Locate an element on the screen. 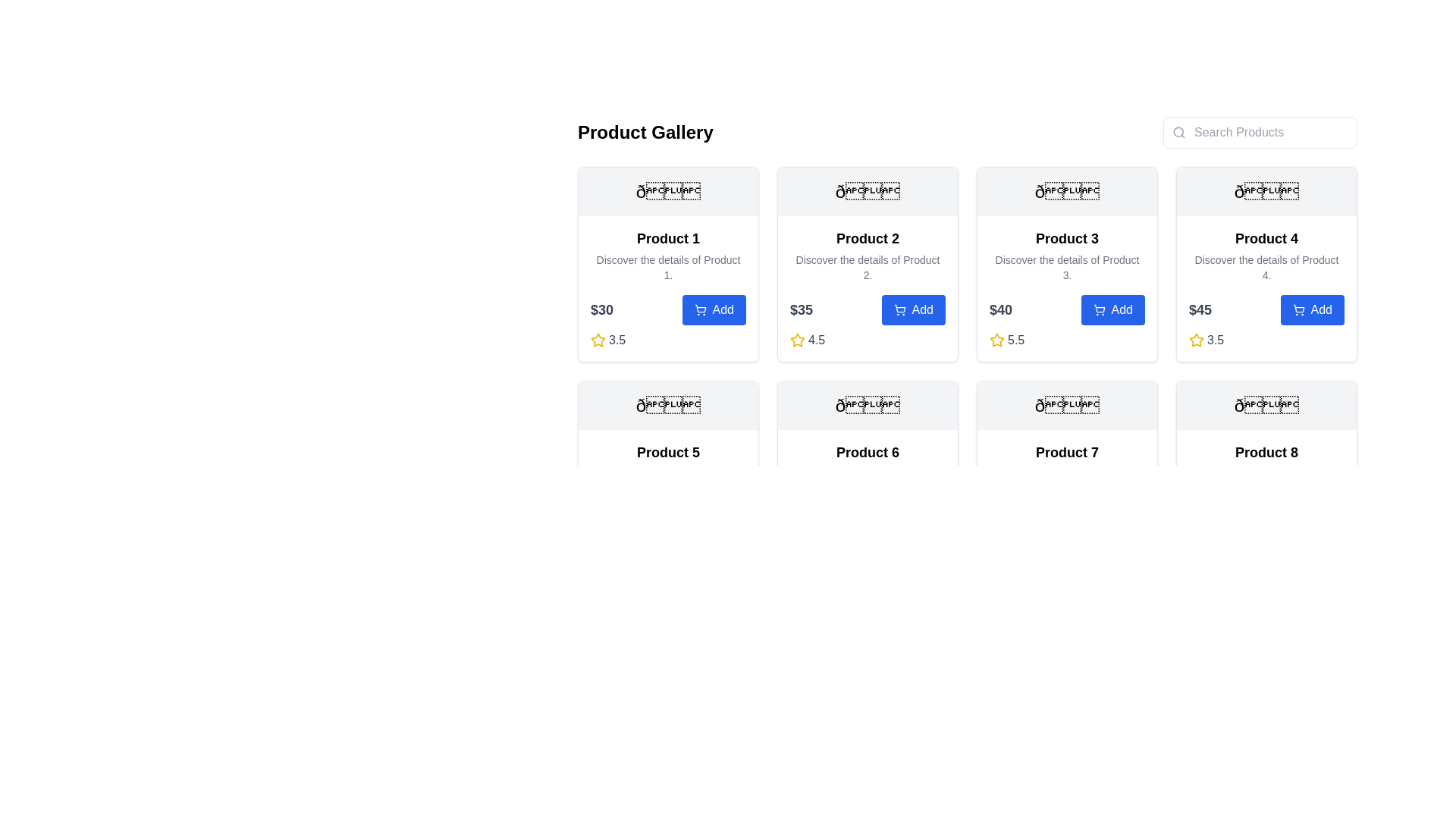 Image resolution: width=1456 pixels, height=819 pixels. the shopping cart icon embedded within the 'Add' button located at the bottom section of the product card in the interface grid is located at coordinates (699, 309).